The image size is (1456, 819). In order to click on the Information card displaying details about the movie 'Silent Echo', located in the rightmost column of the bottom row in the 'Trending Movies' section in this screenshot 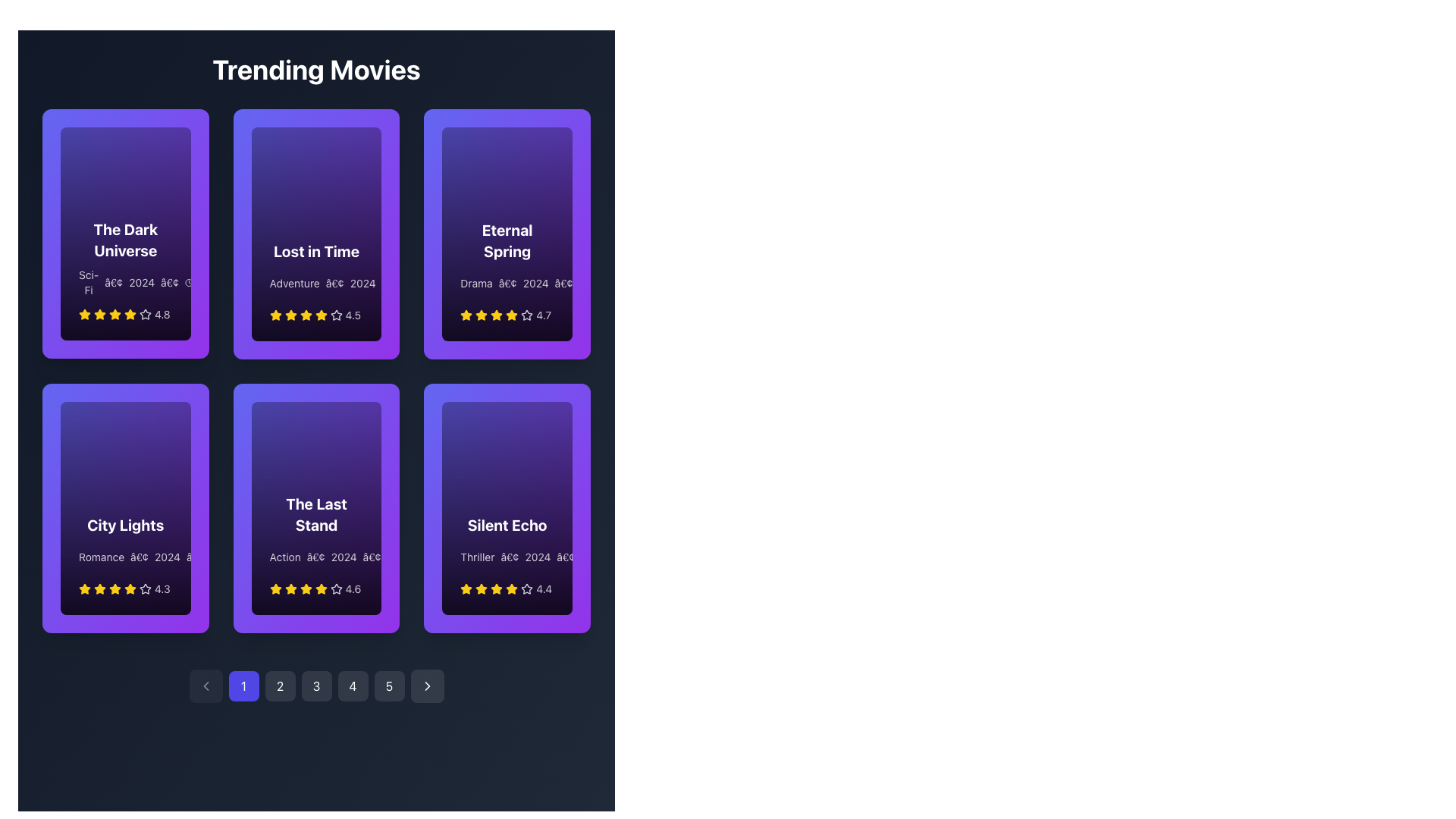, I will do `click(507, 555)`.